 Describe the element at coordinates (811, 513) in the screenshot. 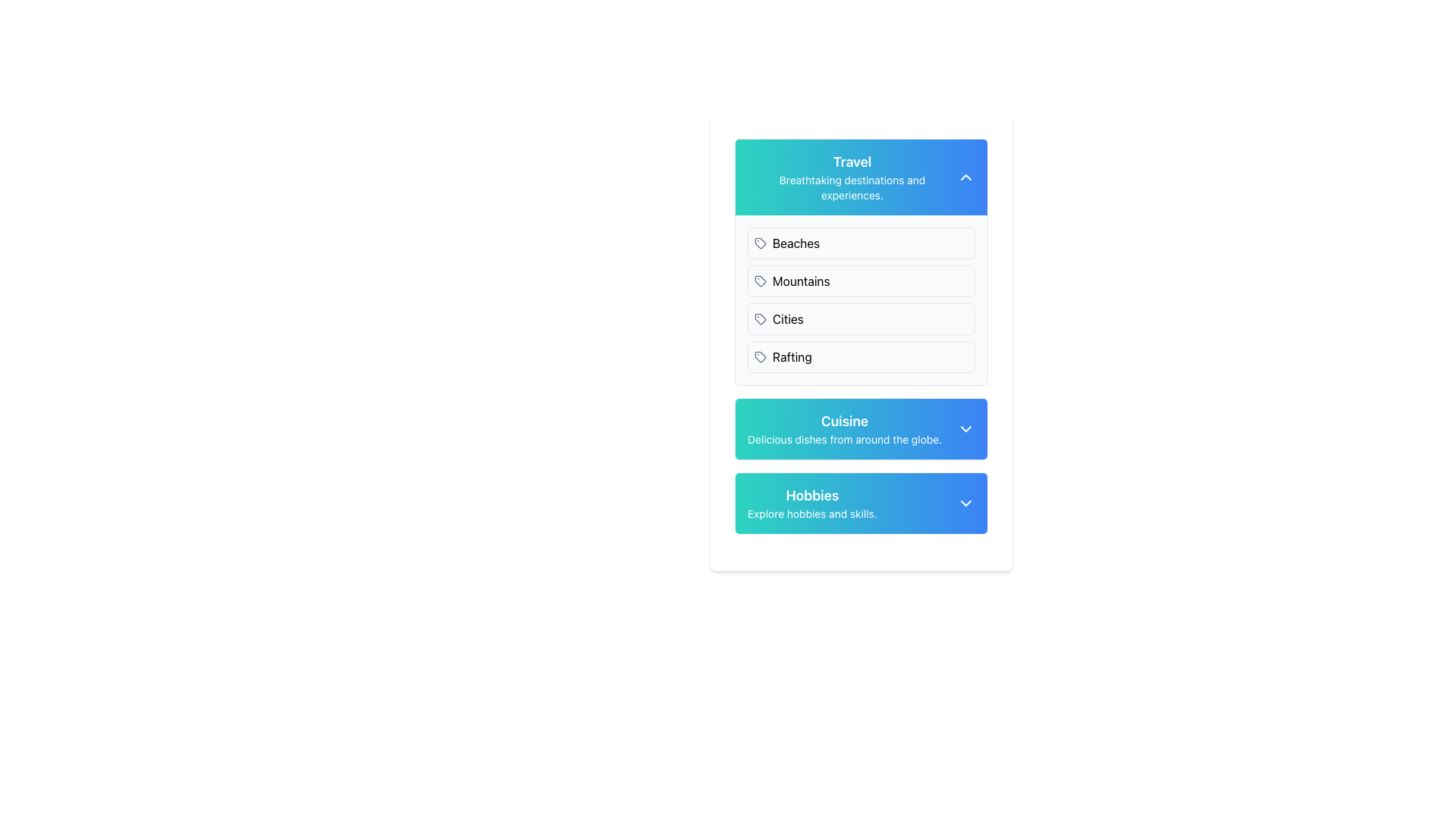

I see `text segment that displays 'Explore hobbies and skills.' located under the 'Hobbies' section in a blue-green gradient box` at that location.